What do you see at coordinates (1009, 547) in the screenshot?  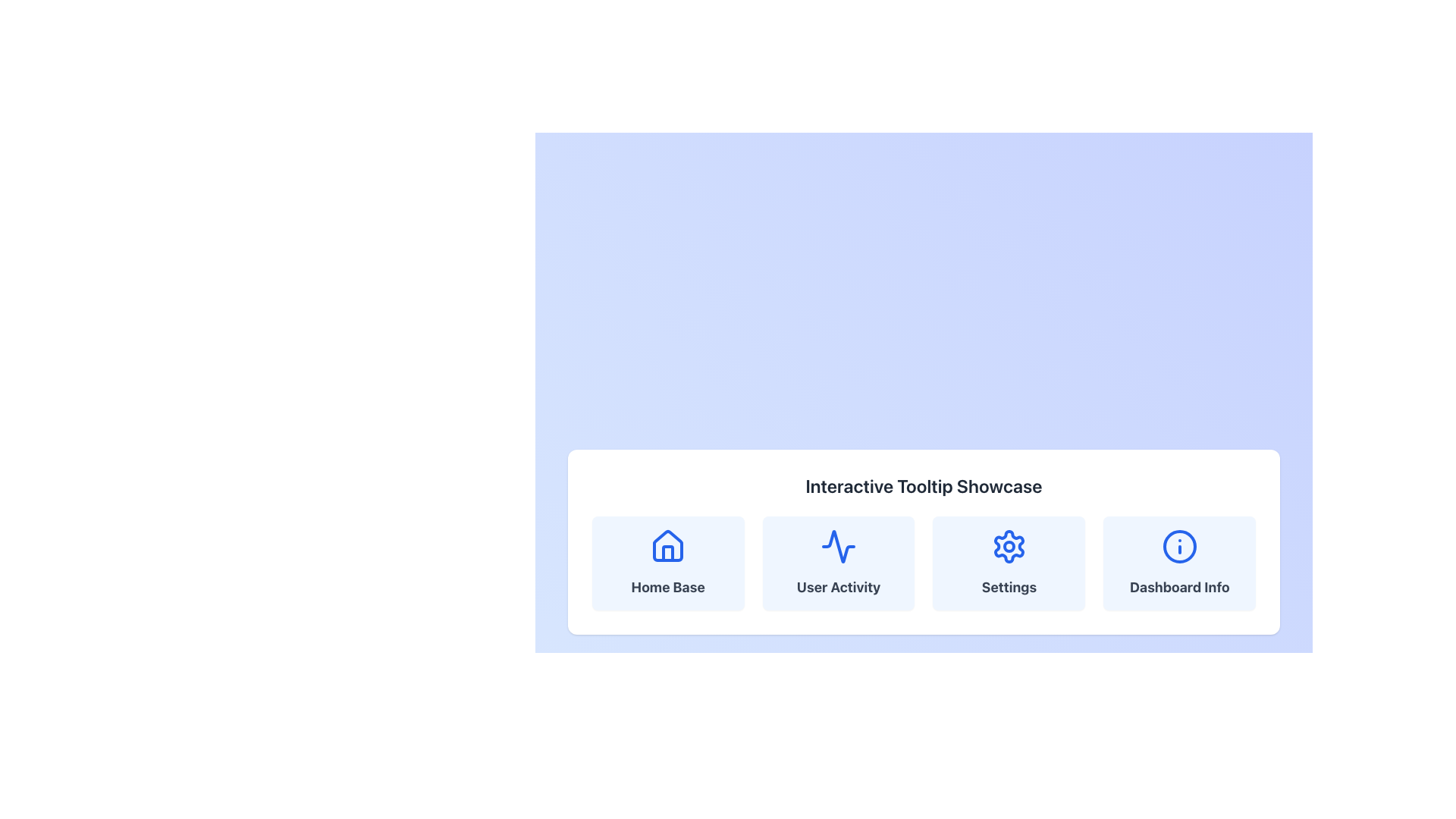 I see `the decorative graphical element, a small filled circle located at the center of the gear settings icon in the lower part of the interface` at bounding box center [1009, 547].